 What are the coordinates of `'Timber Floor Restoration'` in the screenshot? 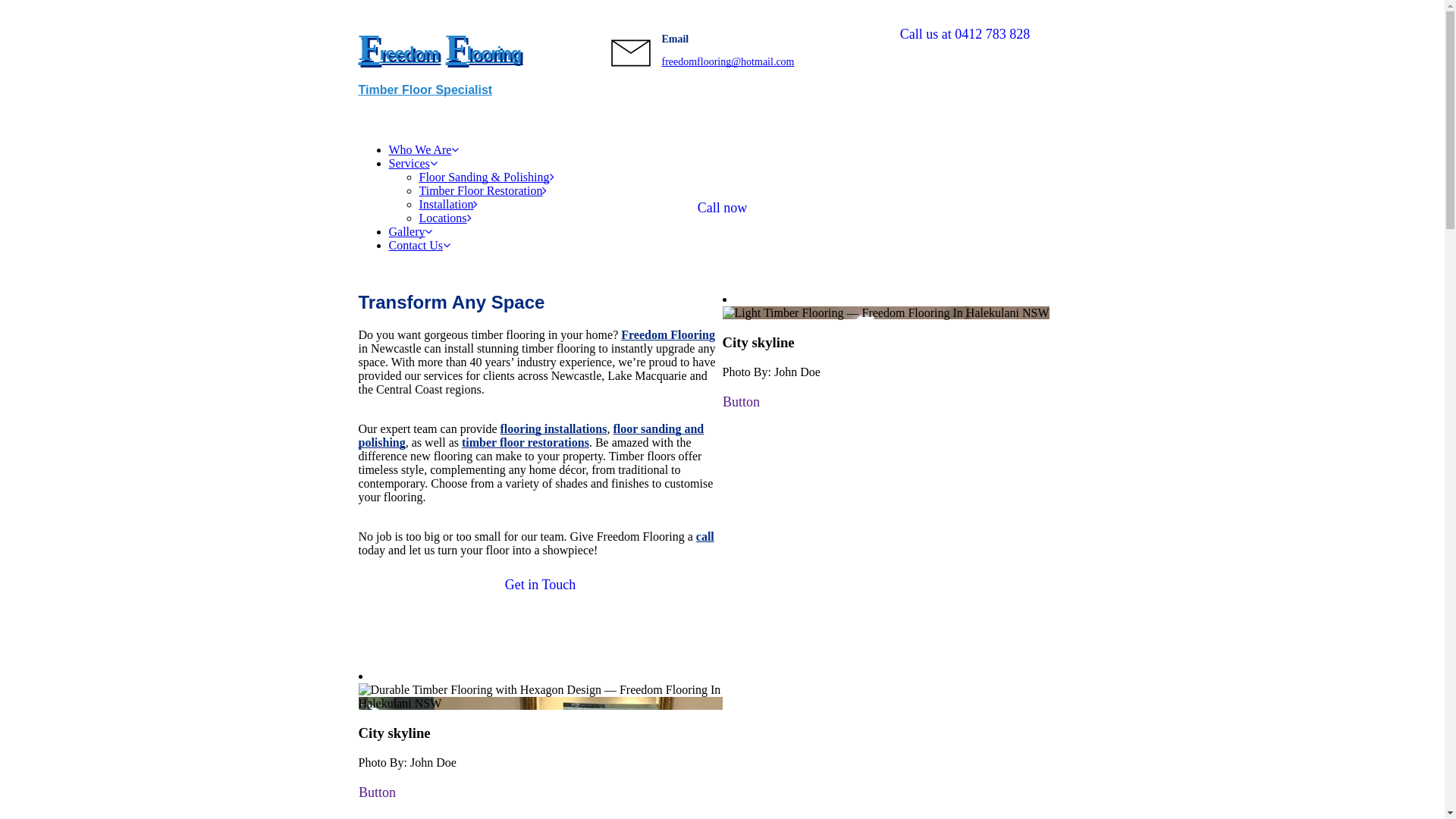 It's located at (482, 190).